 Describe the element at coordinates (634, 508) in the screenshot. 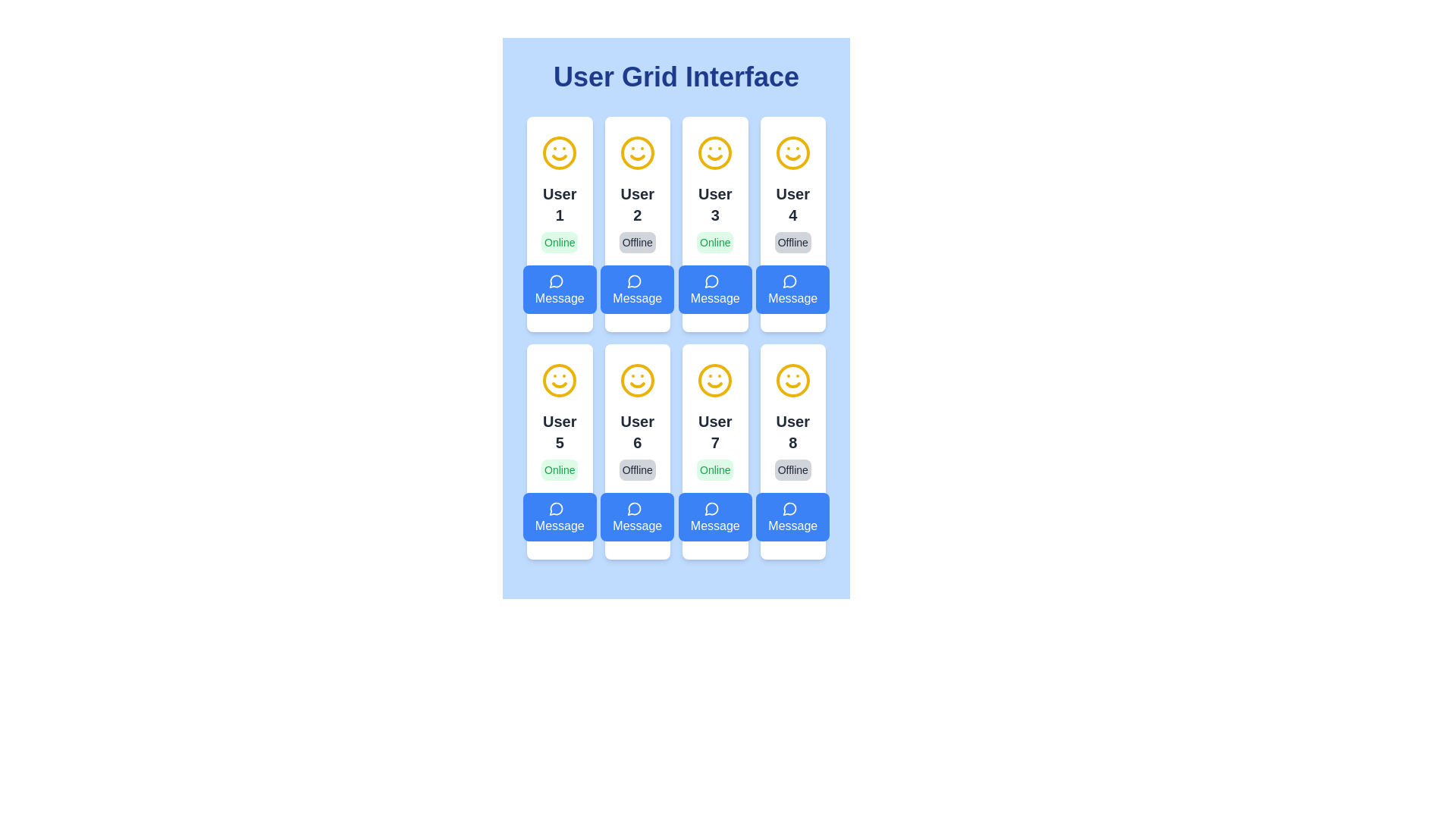

I see `the circular blue chat bubble icon located within the 'Message' button of the 'User 6' card in the user grid interface` at that location.